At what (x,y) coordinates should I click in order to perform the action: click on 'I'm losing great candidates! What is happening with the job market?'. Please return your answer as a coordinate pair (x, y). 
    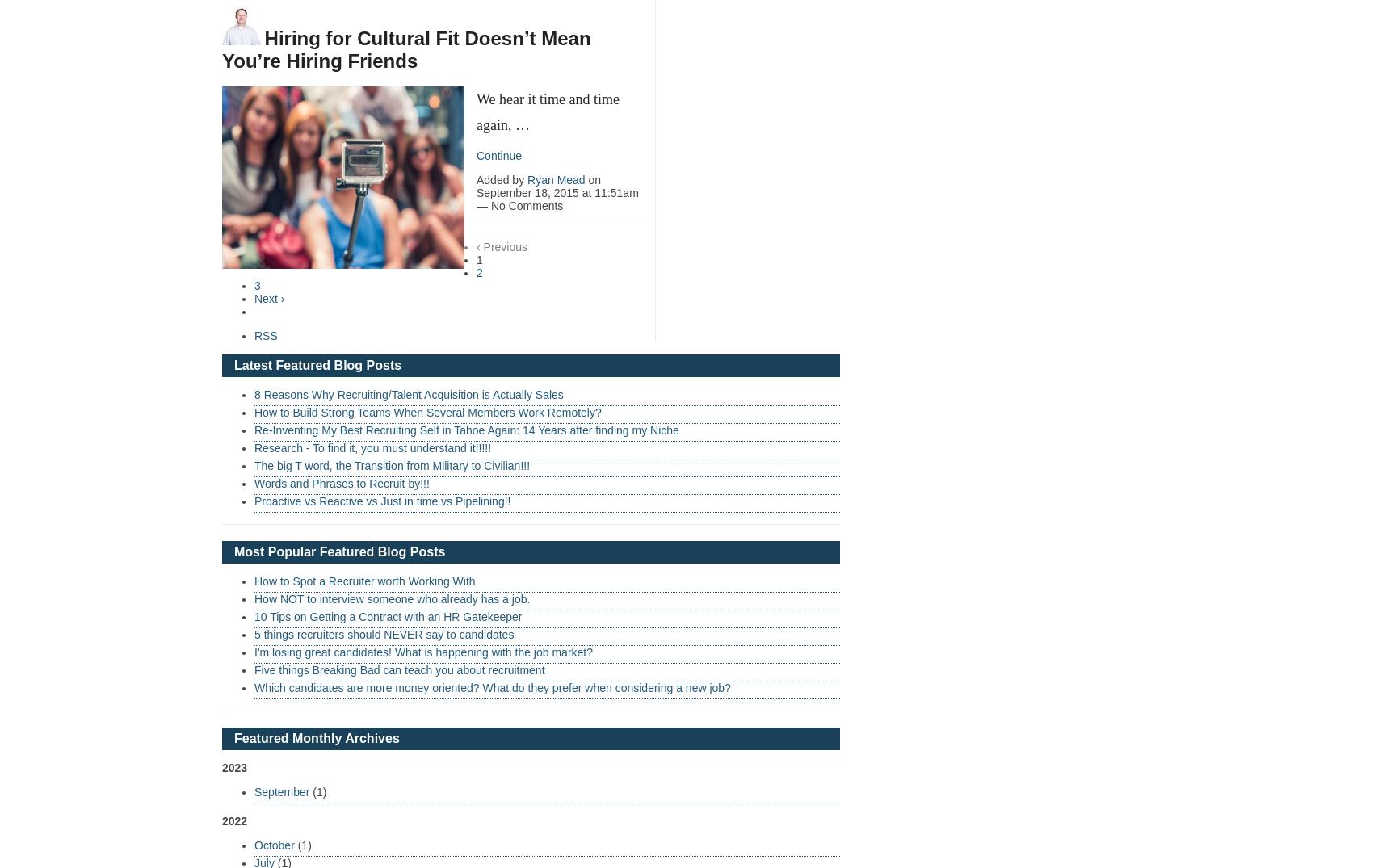
    Looking at the image, I should click on (423, 651).